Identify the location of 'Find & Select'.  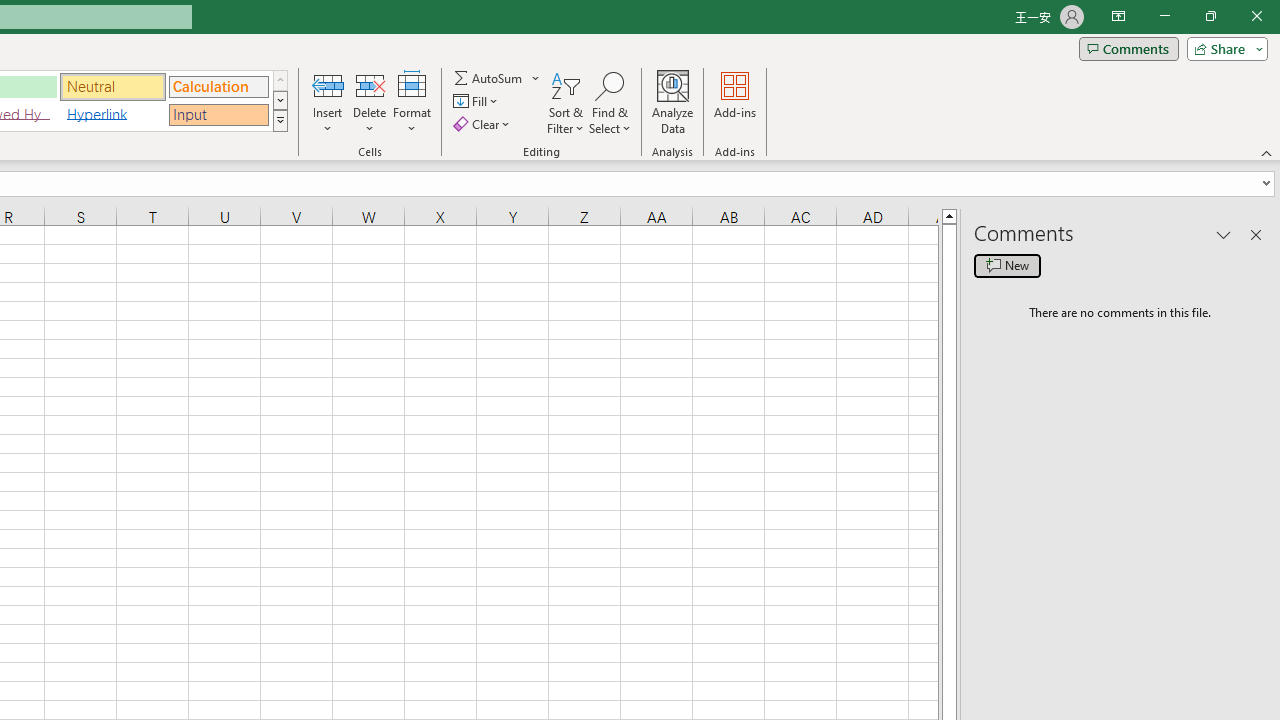
(609, 103).